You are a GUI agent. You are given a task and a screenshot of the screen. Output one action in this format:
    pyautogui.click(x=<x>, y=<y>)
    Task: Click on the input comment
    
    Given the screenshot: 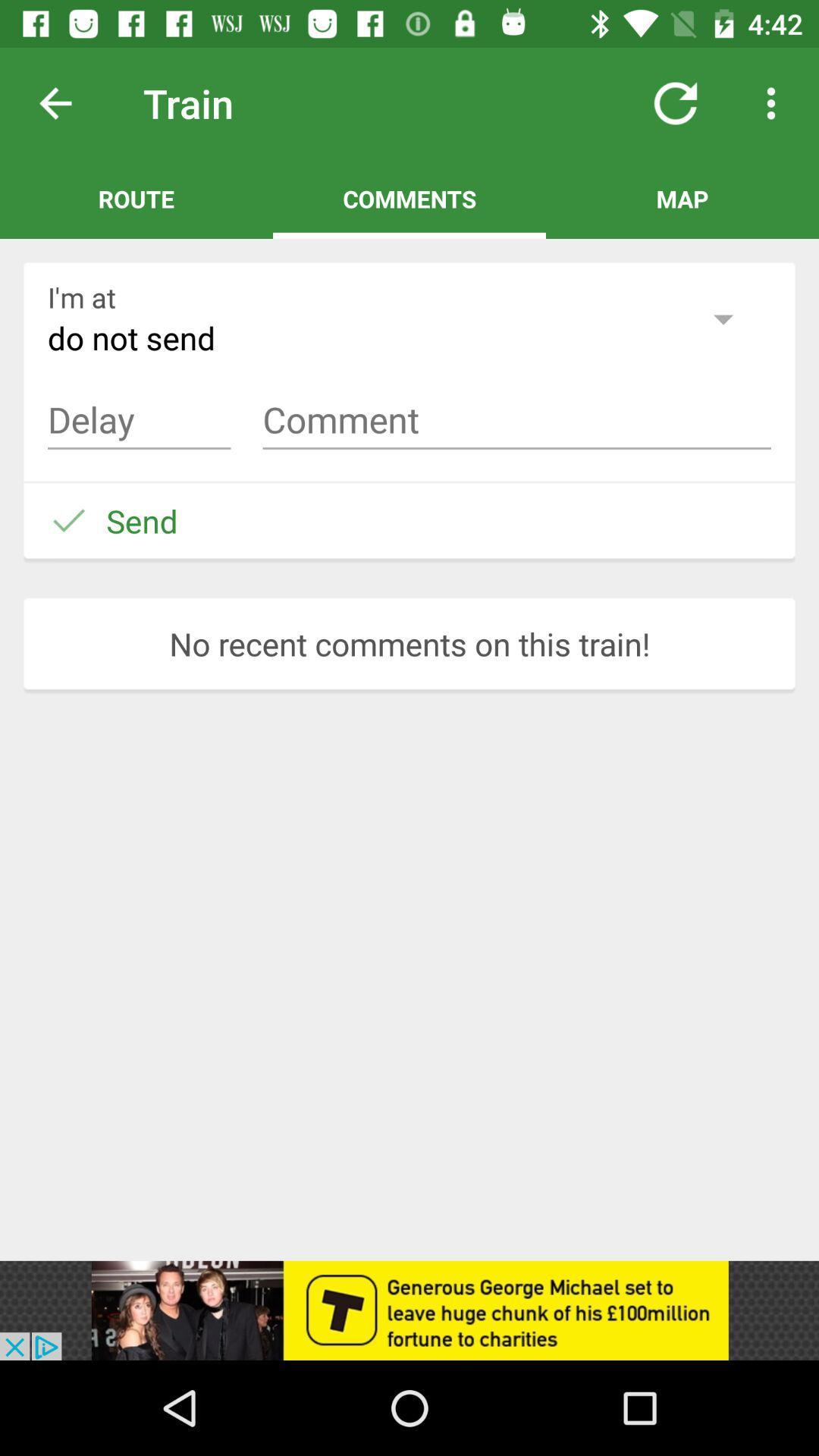 What is the action you would take?
    pyautogui.click(x=516, y=420)
    